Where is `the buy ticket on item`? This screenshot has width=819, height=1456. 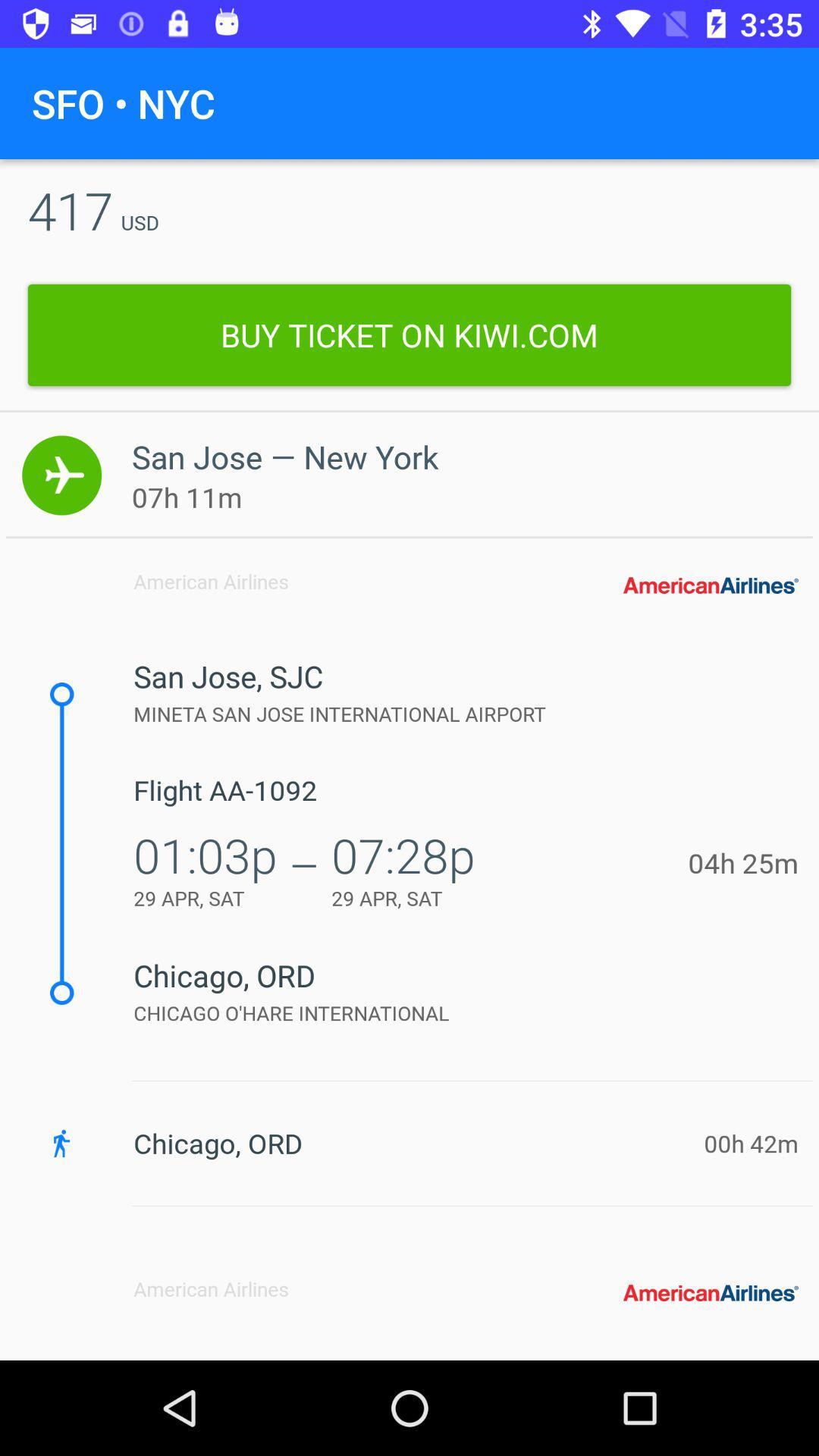 the buy ticket on item is located at coordinates (409, 334).